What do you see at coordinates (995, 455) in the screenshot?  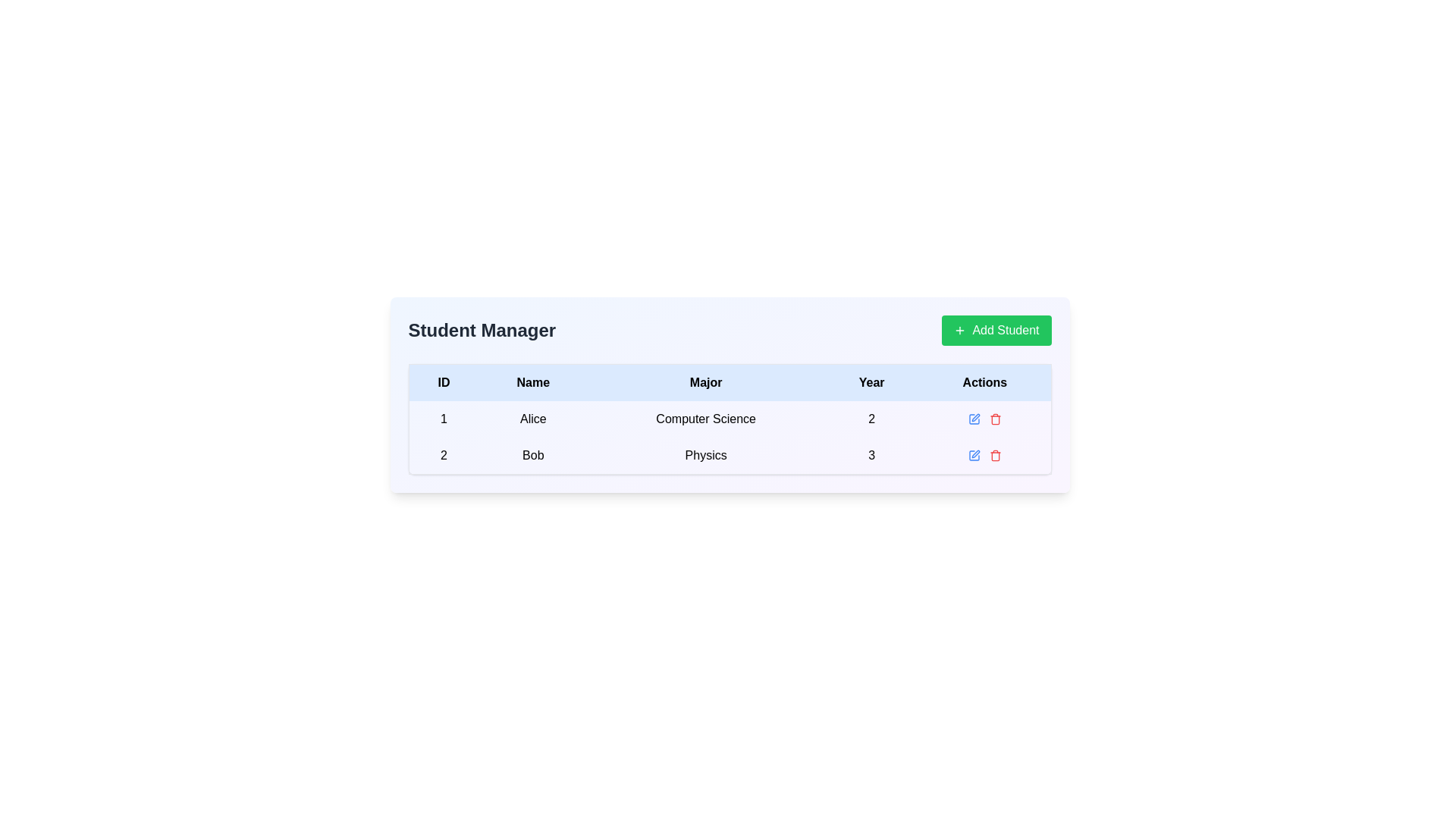 I see `the delete icon in the 'Actions' column of the second row in the 'Student Manager' table to change its color` at bounding box center [995, 455].